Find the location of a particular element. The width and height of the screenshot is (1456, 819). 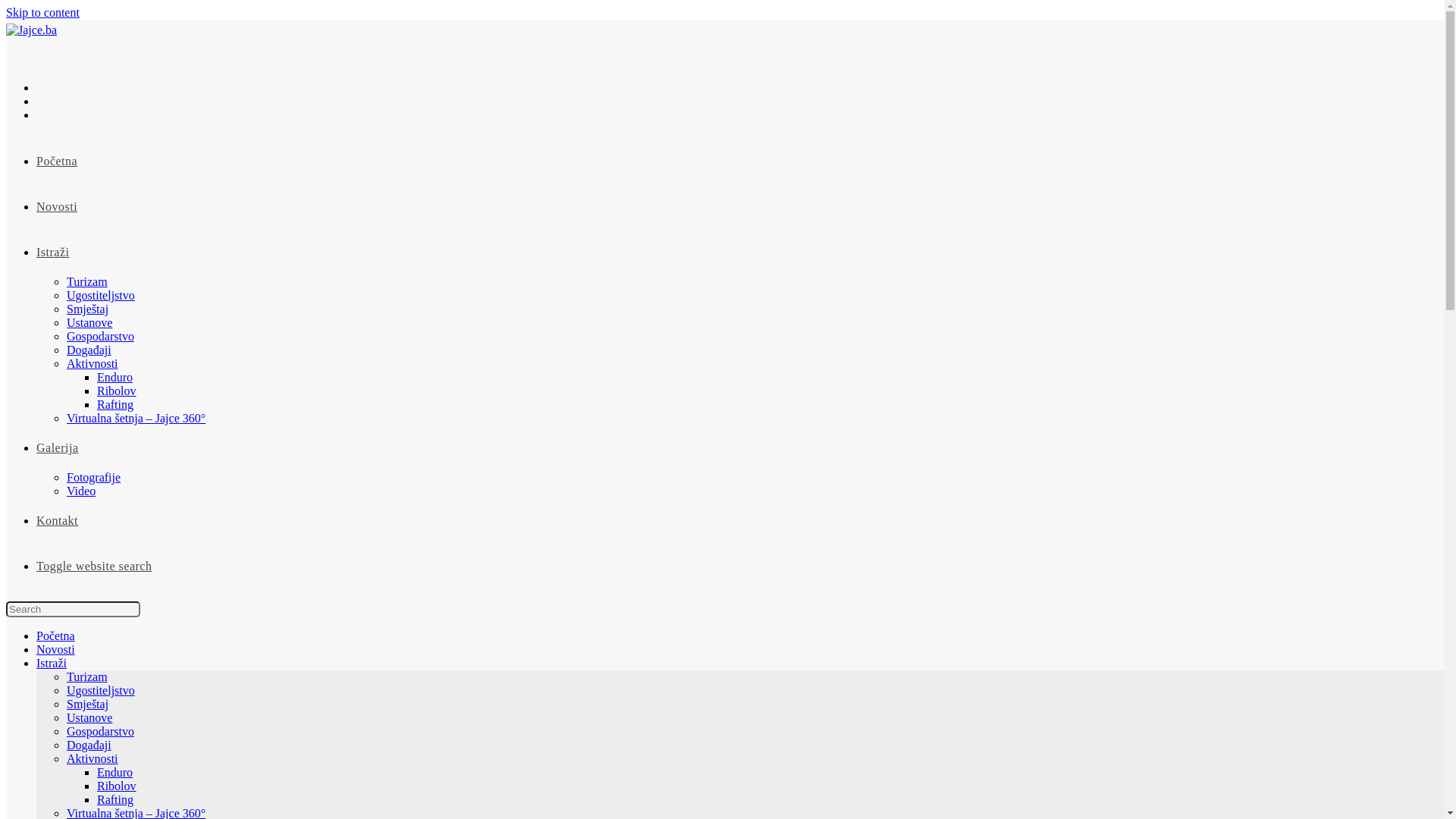

'Enduro' is located at coordinates (114, 376).